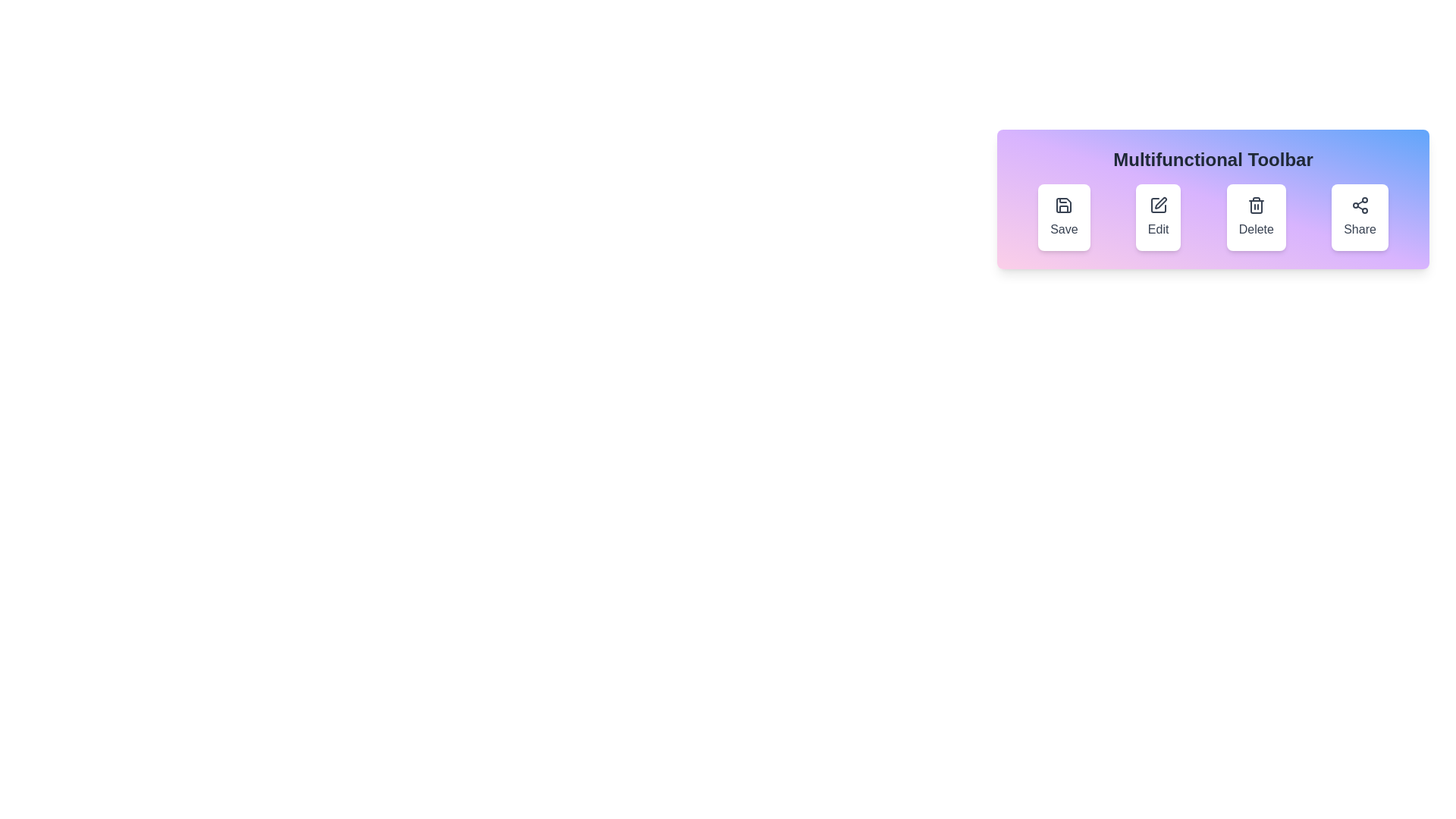  Describe the element at coordinates (1256, 217) in the screenshot. I see `the third button from the left in a horizontal toolbar containing four buttons` at that location.